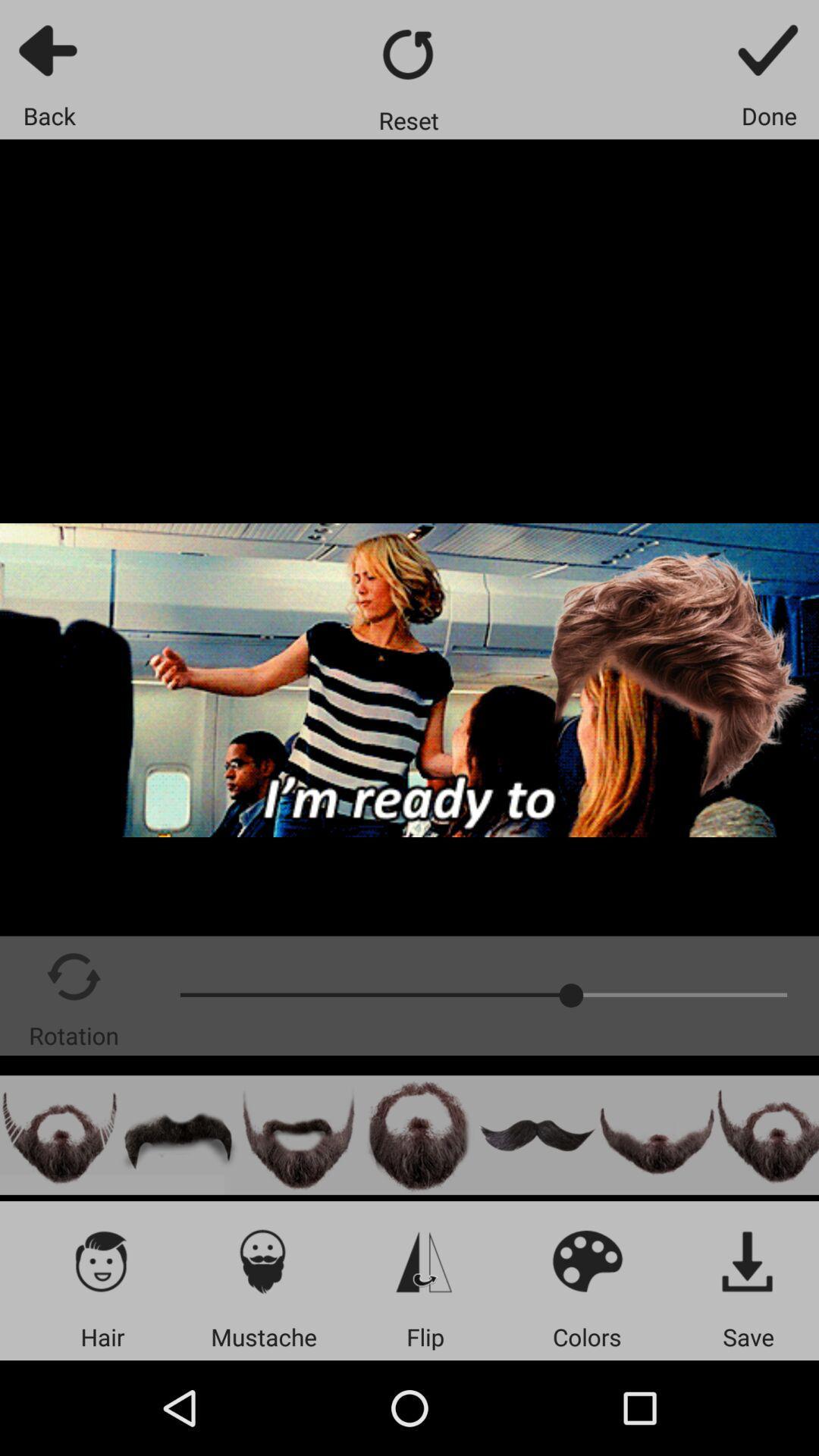  Describe the element at coordinates (408, 54) in the screenshot. I see `reset` at that location.